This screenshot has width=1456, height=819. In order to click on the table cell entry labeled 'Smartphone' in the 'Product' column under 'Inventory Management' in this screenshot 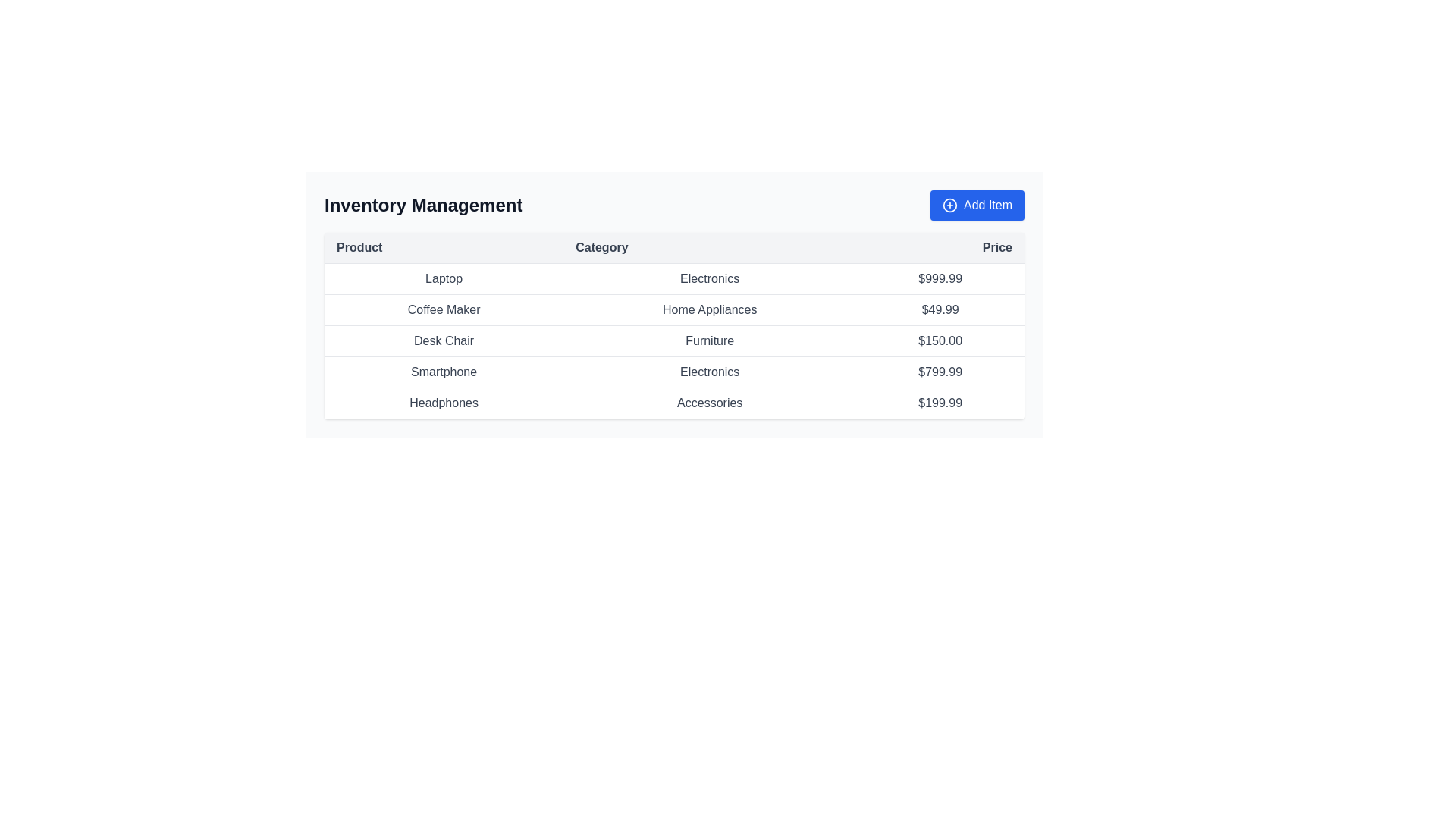, I will do `click(443, 372)`.